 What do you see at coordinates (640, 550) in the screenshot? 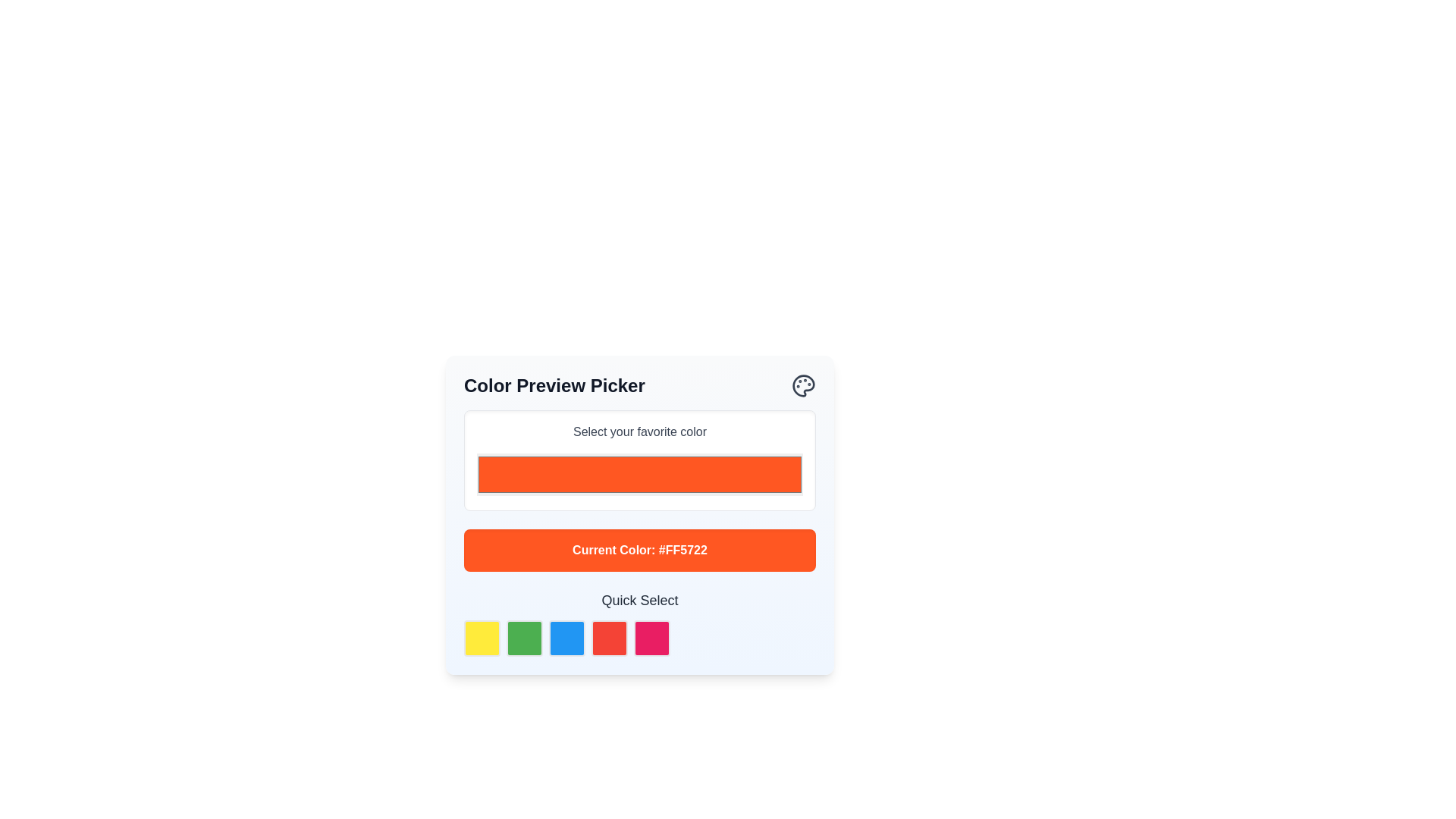
I see `the Text label that displays 'Current Color: #FF5722', which is an orange rectangular box with rounded corners located in the 'Color Preview Picker' section, directly below 'Select your favorite color'` at bounding box center [640, 550].